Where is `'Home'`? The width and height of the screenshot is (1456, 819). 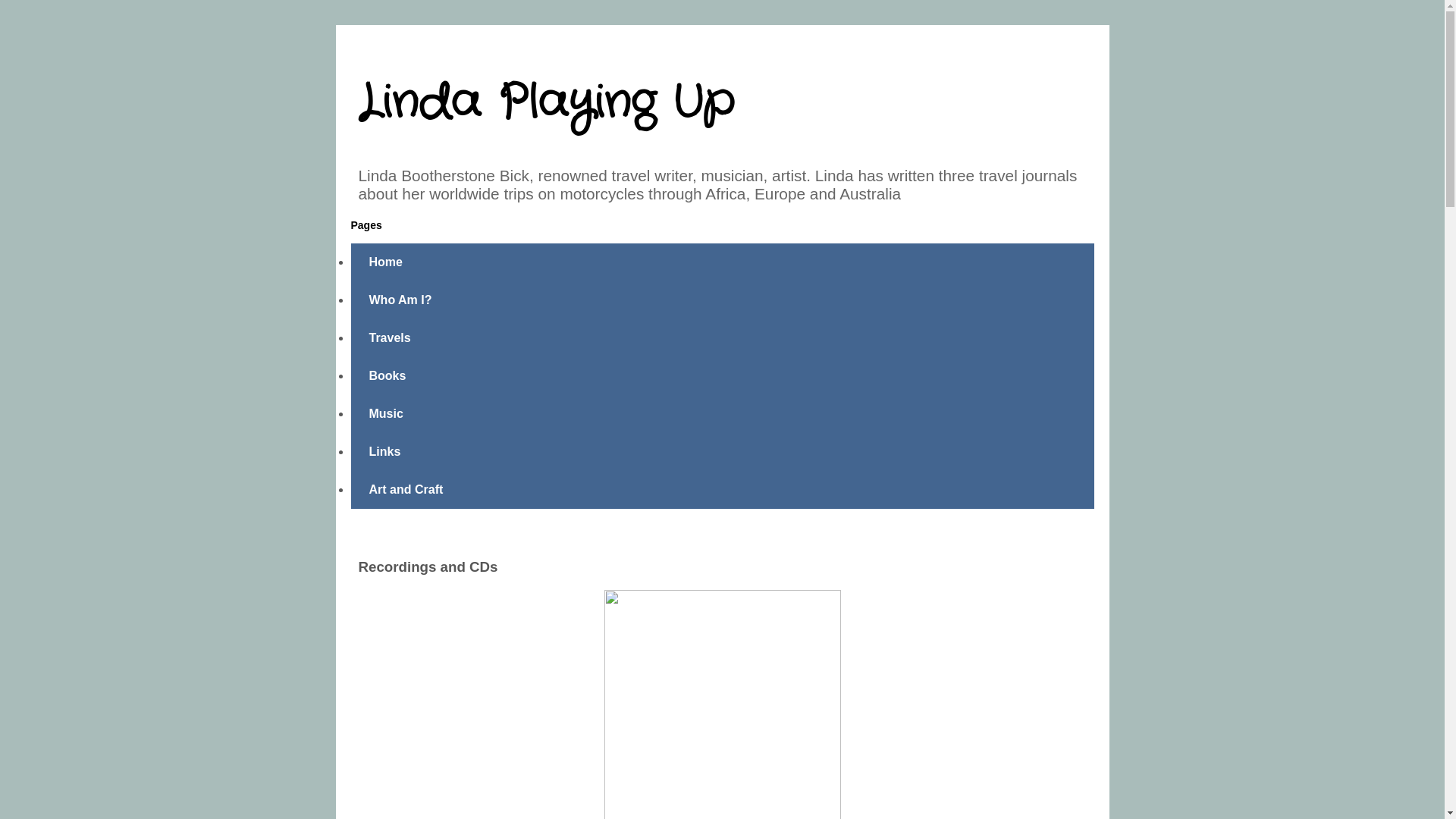
'Home' is located at coordinates (349, 262).